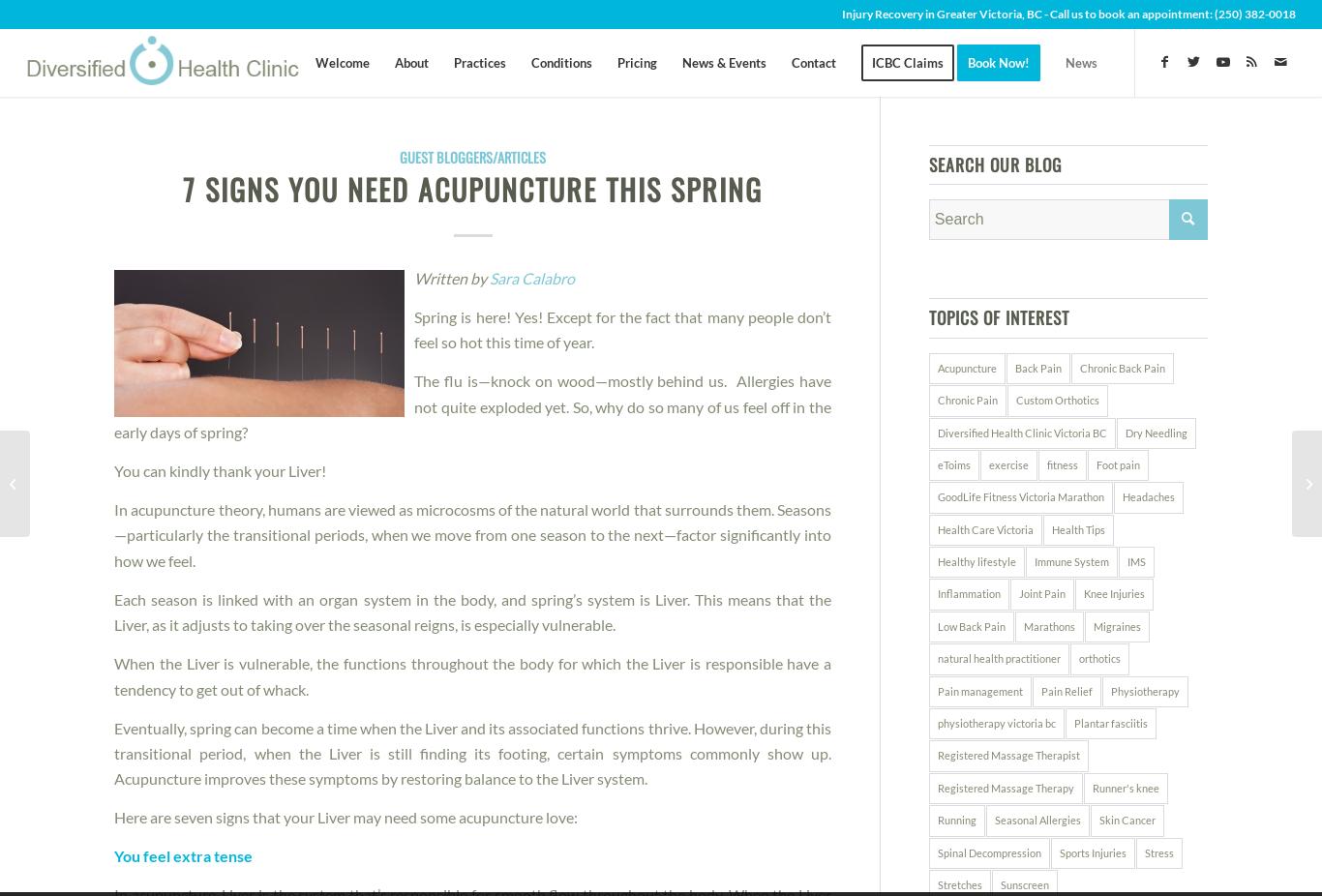  Describe the element at coordinates (113, 855) in the screenshot. I see `'You feel extra tense'` at that location.